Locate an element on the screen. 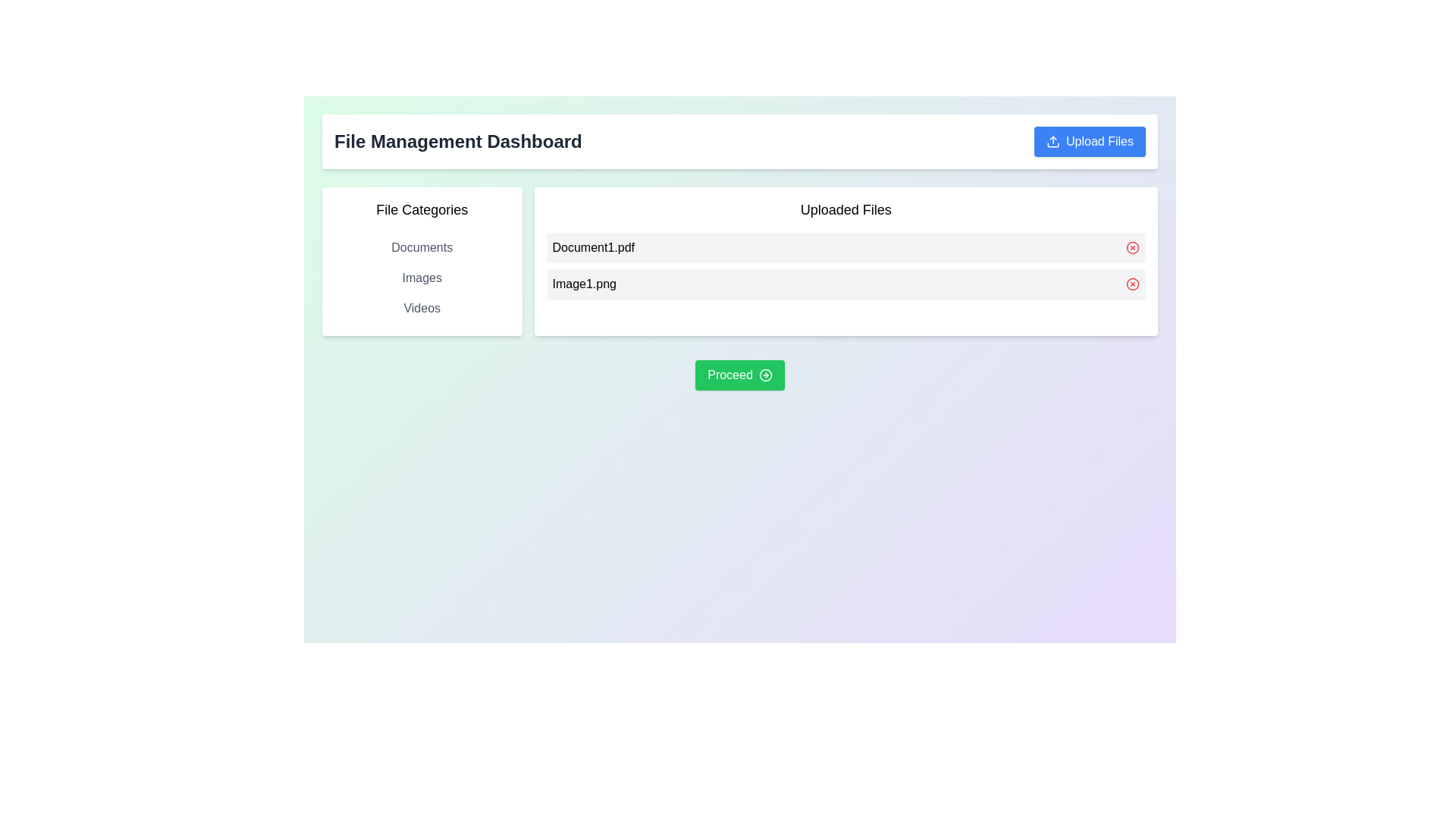 The width and height of the screenshot is (1456, 819). the text label displaying the filename 'Image1.png', which is the second item in the 'Uploaded Files' section of the file management dashboard is located at coordinates (583, 284).